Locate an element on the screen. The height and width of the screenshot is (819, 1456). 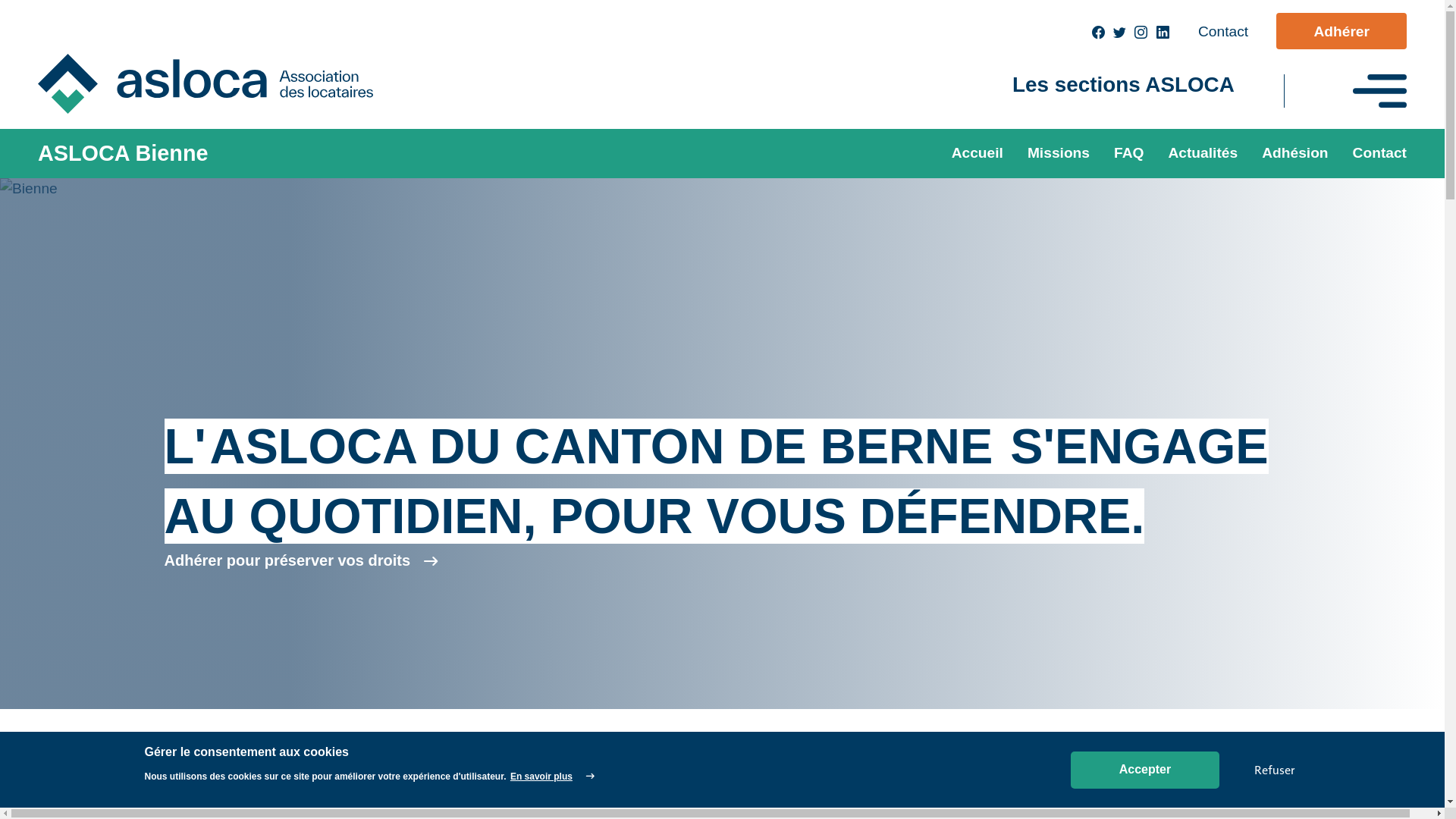
'Refuser' is located at coordinates (1274, 769).